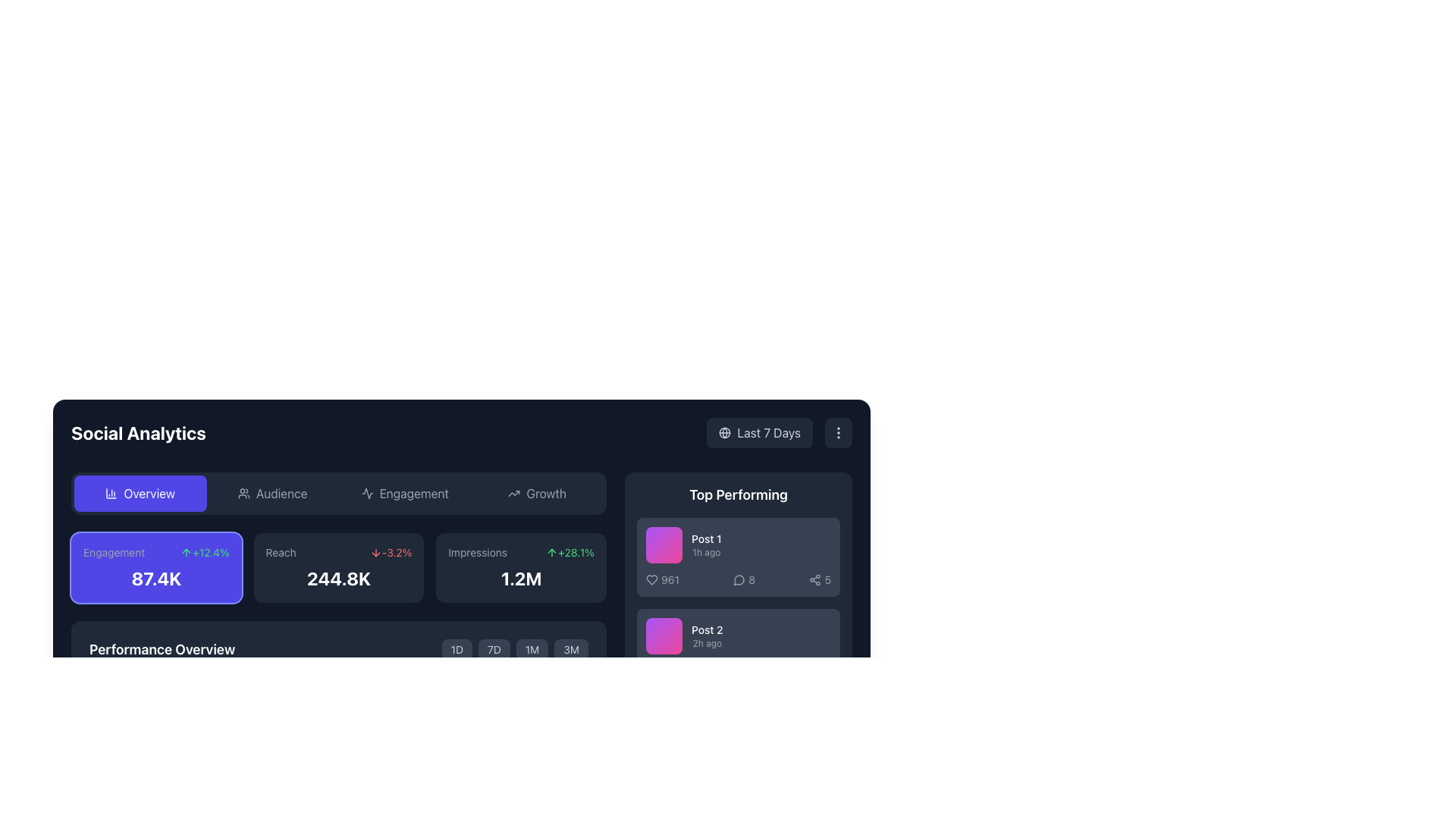 The height and width of the screenshot is (819, 1456). I want to click on the static text display showing '244.8K', which is prominently styled in bold 2xl white font on a dark background, located in the lower section of the 'Reach' card in the analytics section, so click(337, 579).